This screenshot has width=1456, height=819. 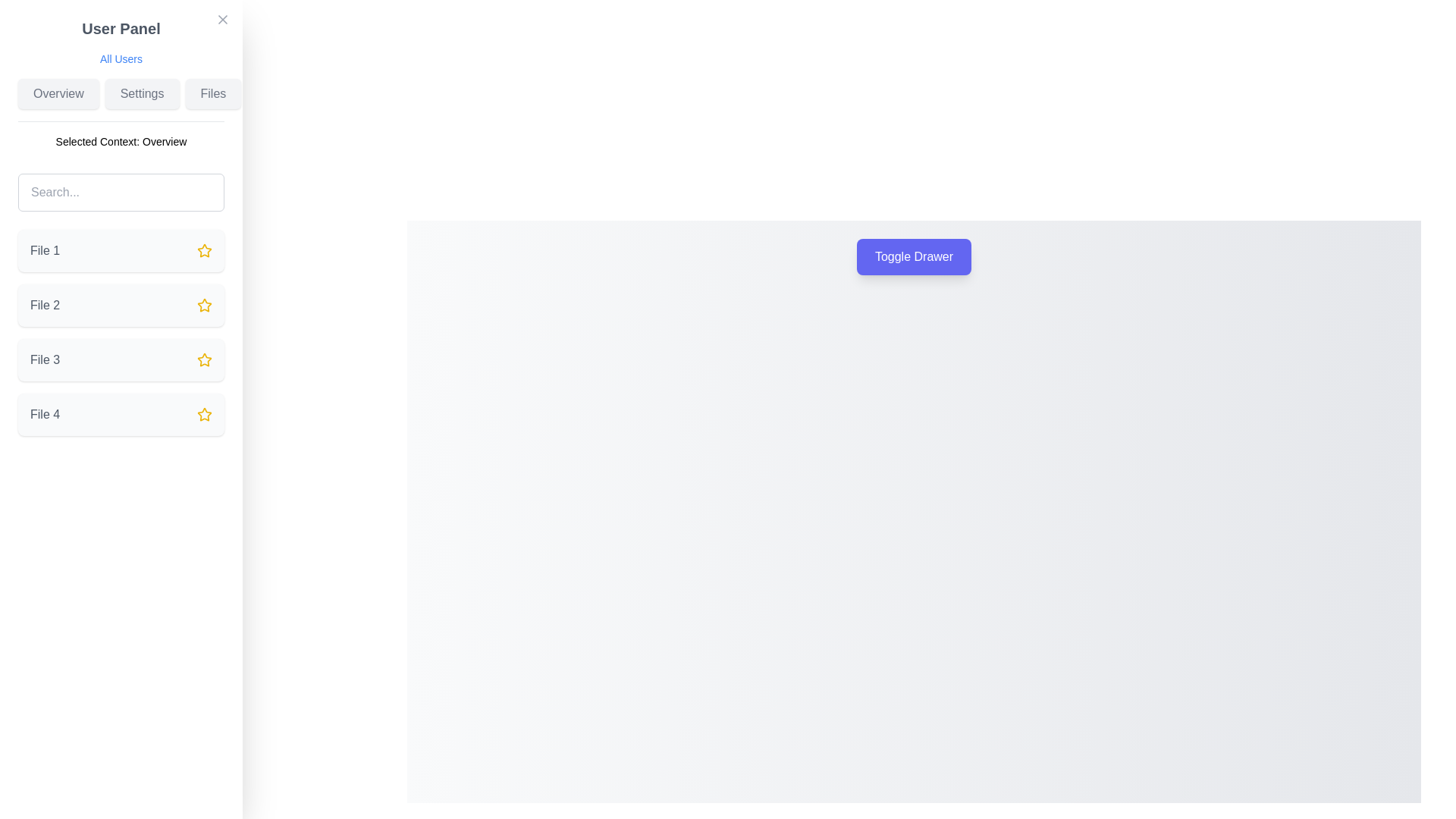 I want to click on the first button in the horizontal row of navigation controls located in the top left sidebar, so click(x=58, y=93).